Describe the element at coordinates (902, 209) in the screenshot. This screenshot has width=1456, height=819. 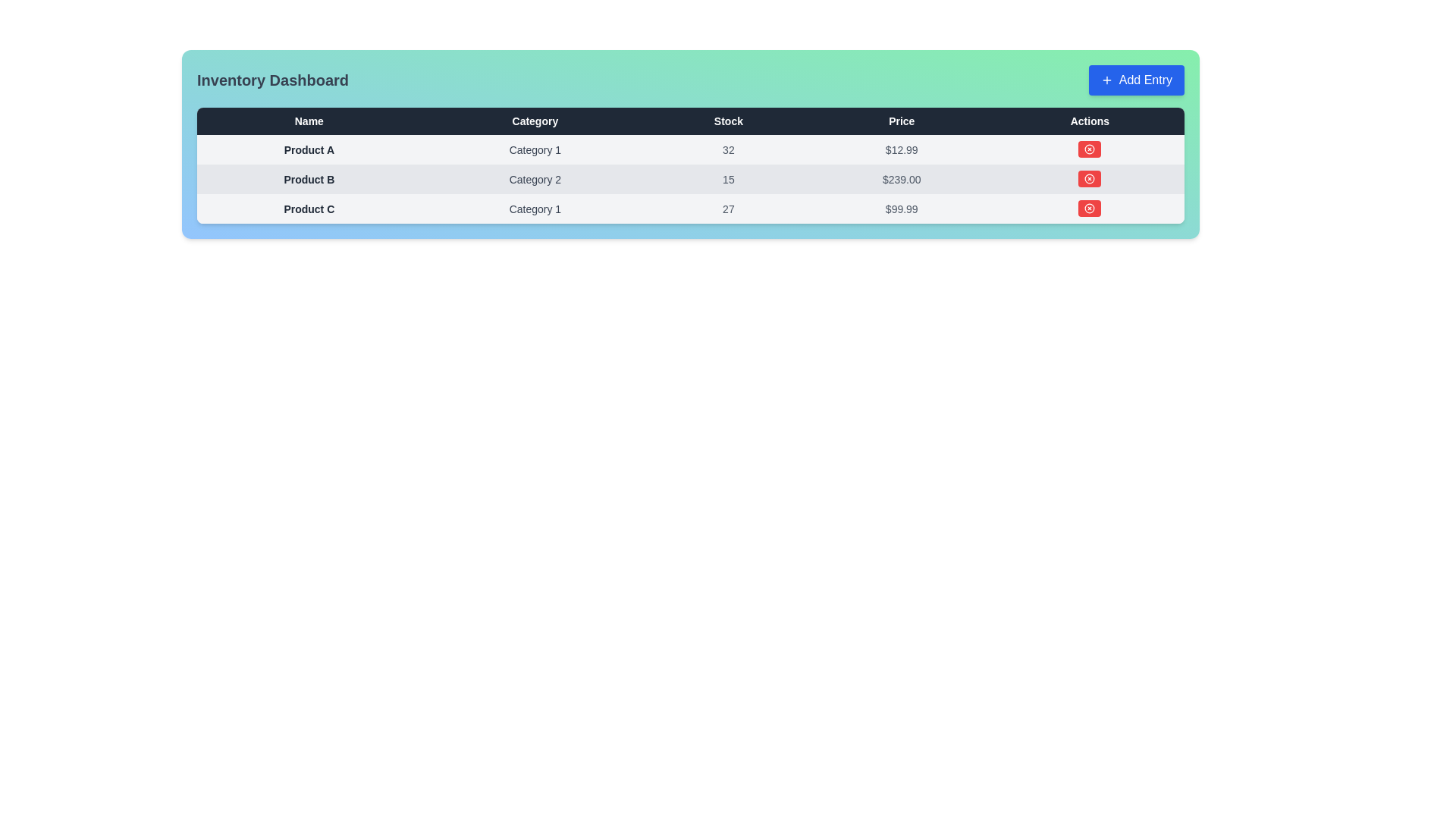
I see `the text displaying '$99.99' in light gray font within the 'Price' field of the inventory table for 'Product C'` at that location.